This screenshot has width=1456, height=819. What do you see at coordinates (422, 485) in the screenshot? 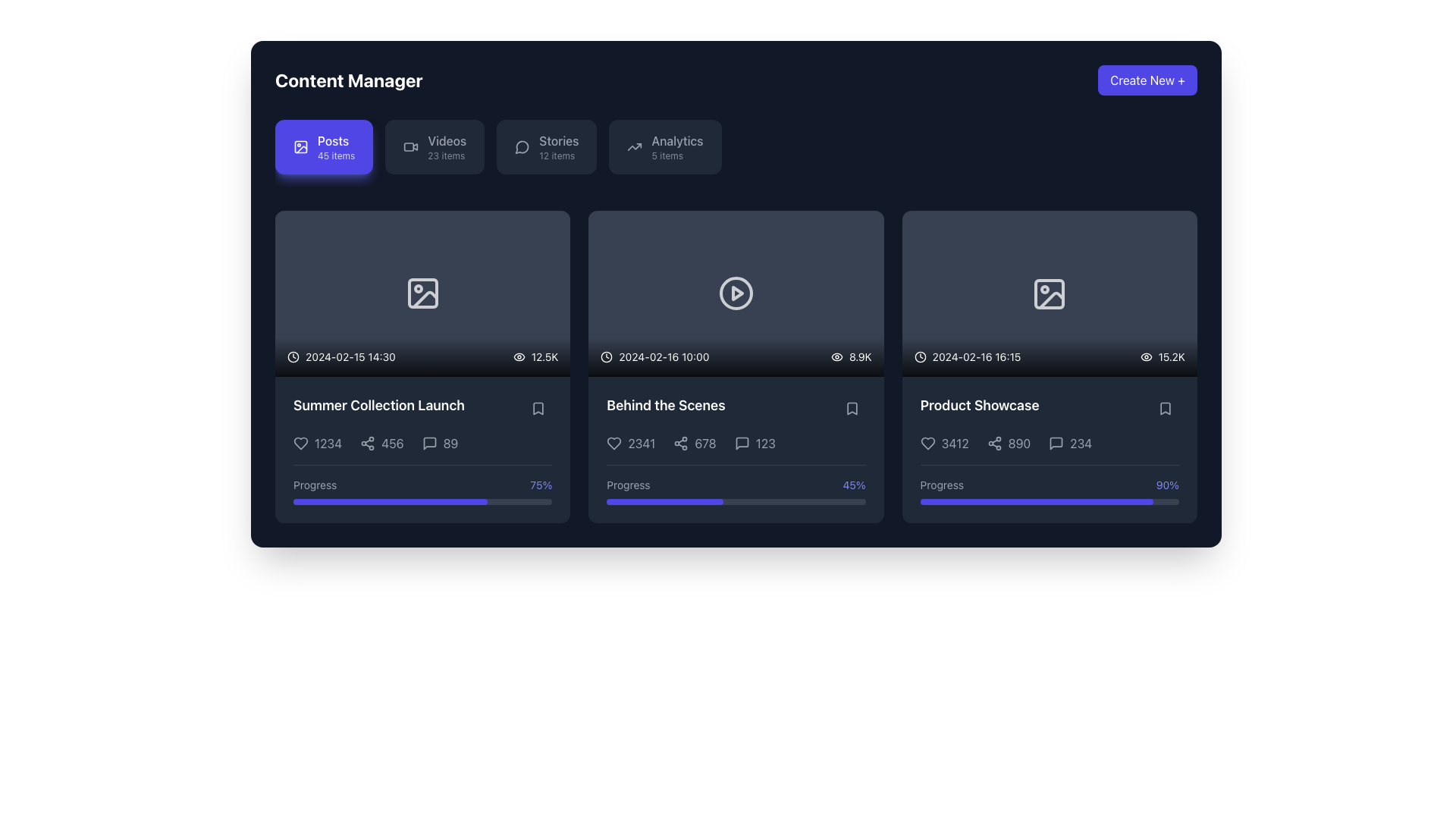
I see `the textual indicator displaying 'Progress 75%' located in the bottom section of the card labeled 'Summer Collection Launch'` at bounding box center [422, 485].